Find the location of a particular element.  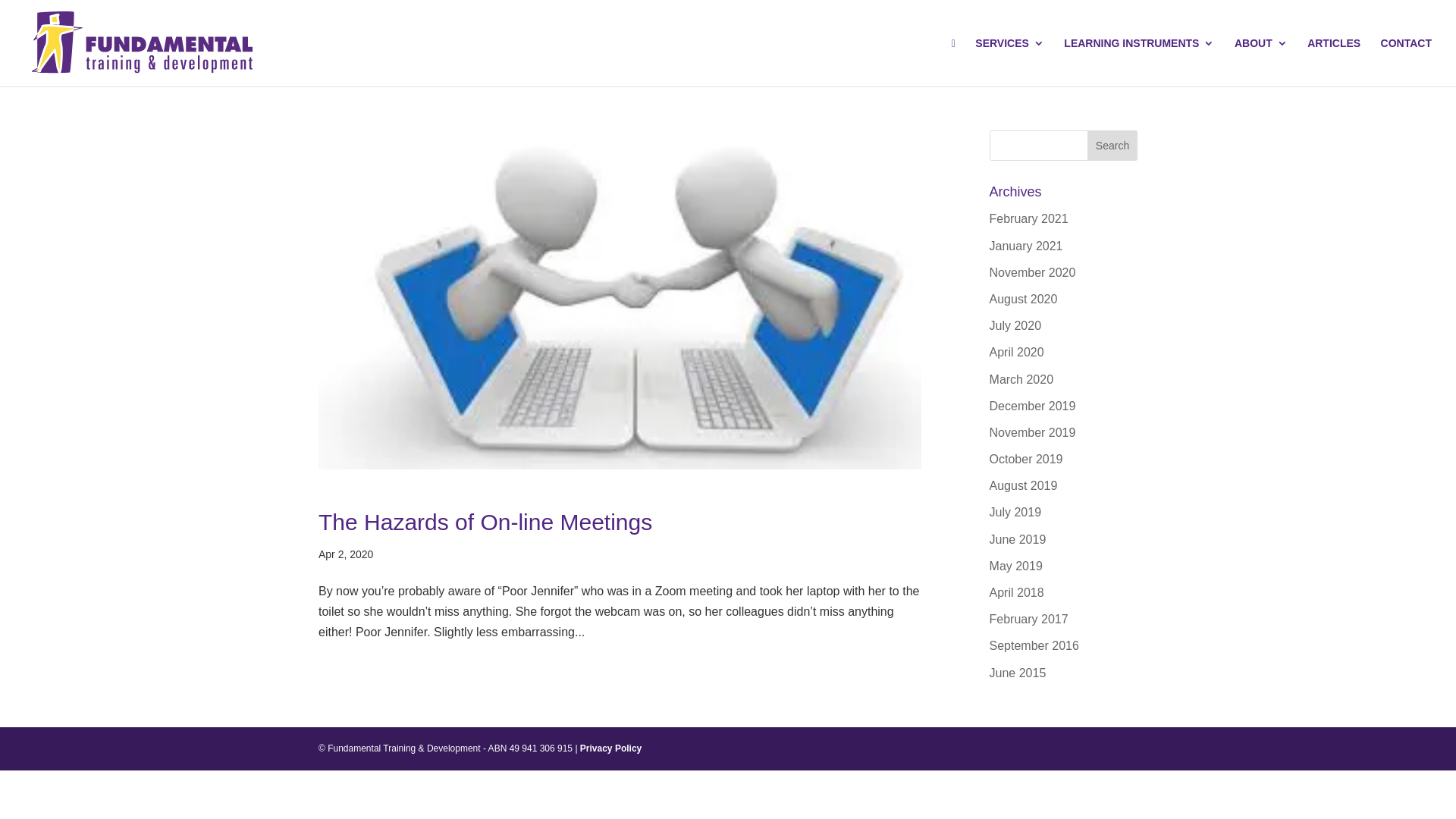

'March 2020' is located at coordinates (1021, 378).